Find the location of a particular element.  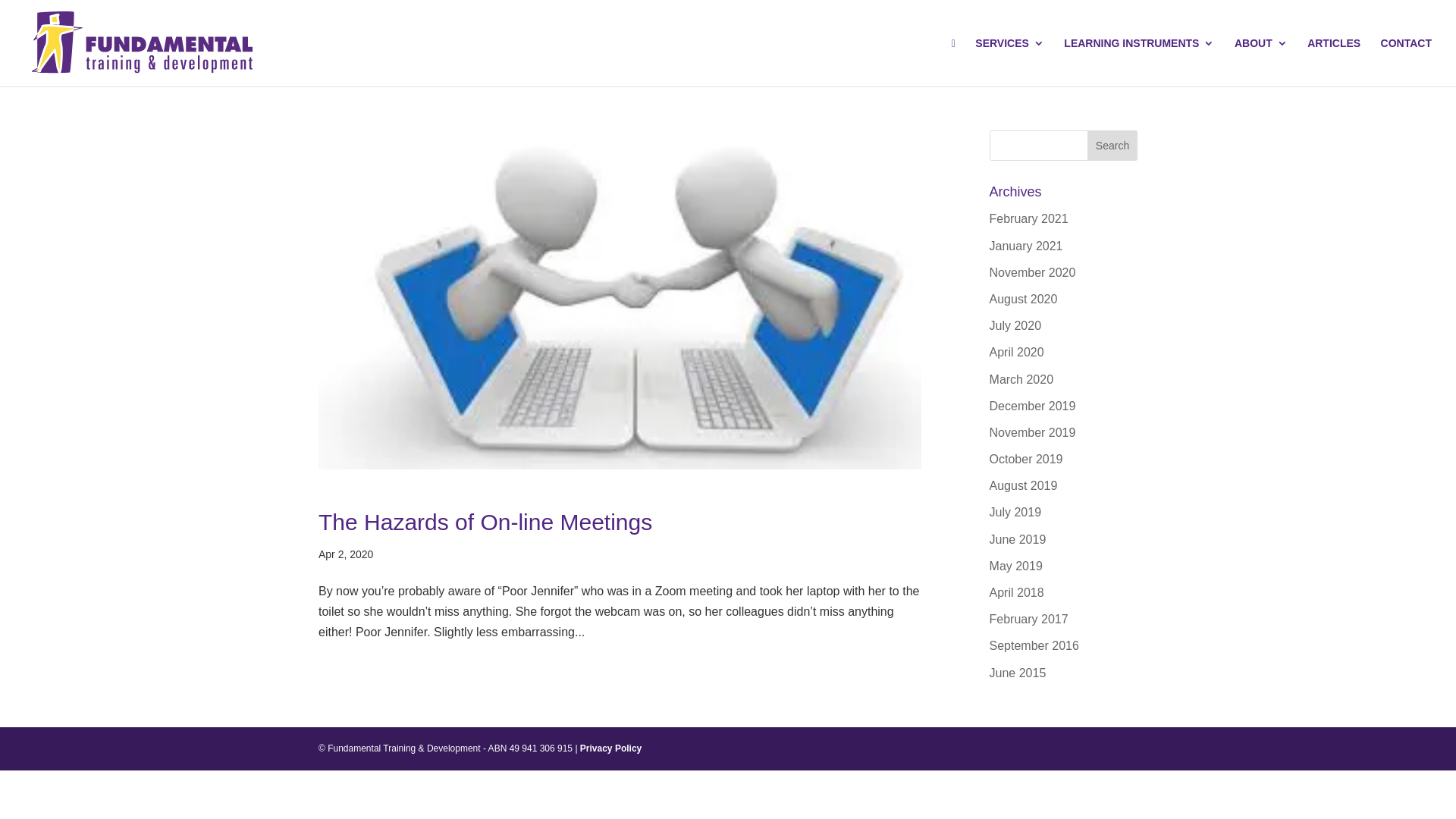

'March 2020' is located at coordinates (1021, 378).